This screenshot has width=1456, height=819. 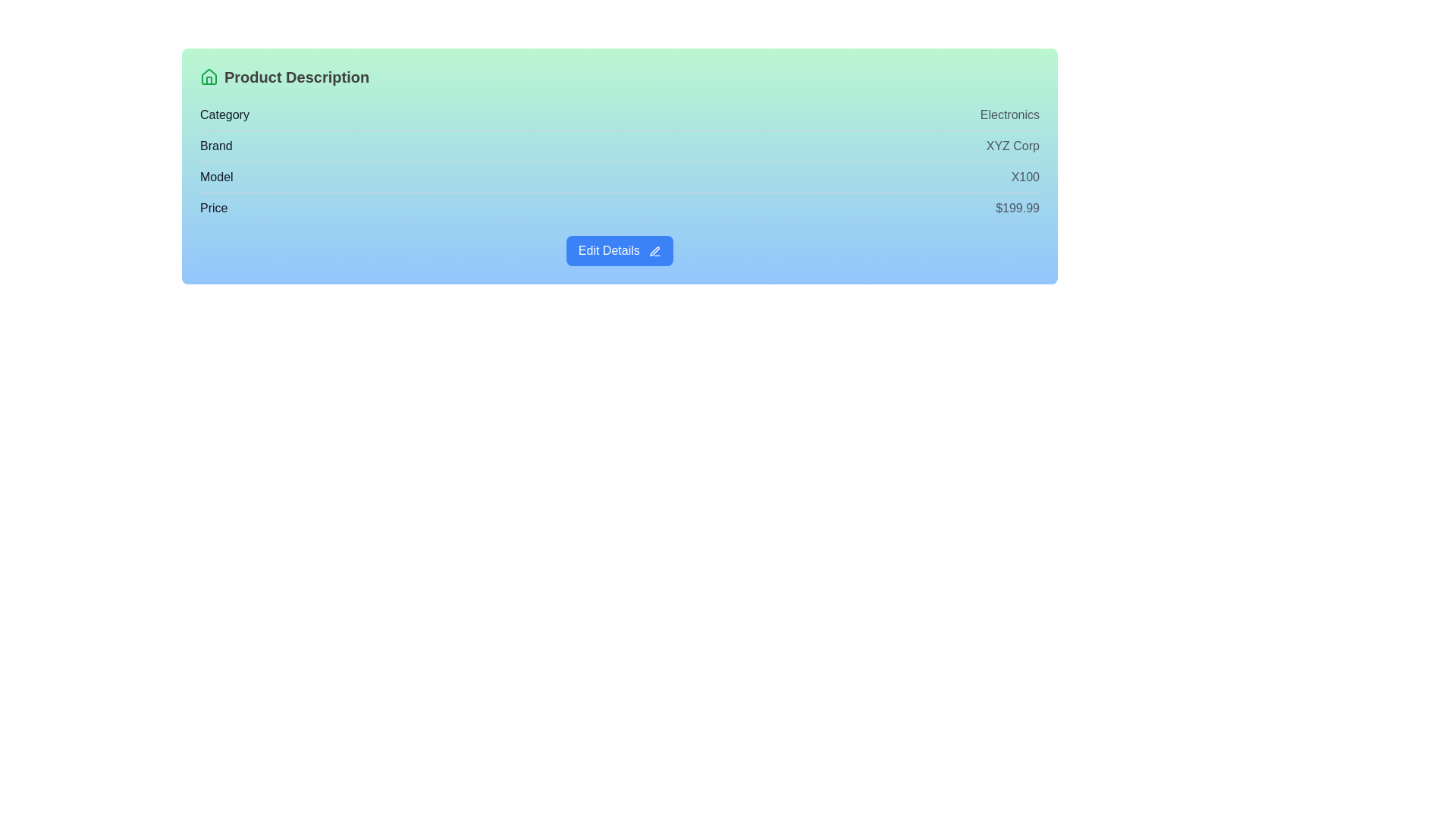 What do you see at coordinates (620, 250) in the screenshot?
I see `the 'Edit Details' button, which is a rectangular button with a blue background and white text, located centrally in the bottom portion of a card element beneath the 'Price' information` at bounding box center [620, 250].